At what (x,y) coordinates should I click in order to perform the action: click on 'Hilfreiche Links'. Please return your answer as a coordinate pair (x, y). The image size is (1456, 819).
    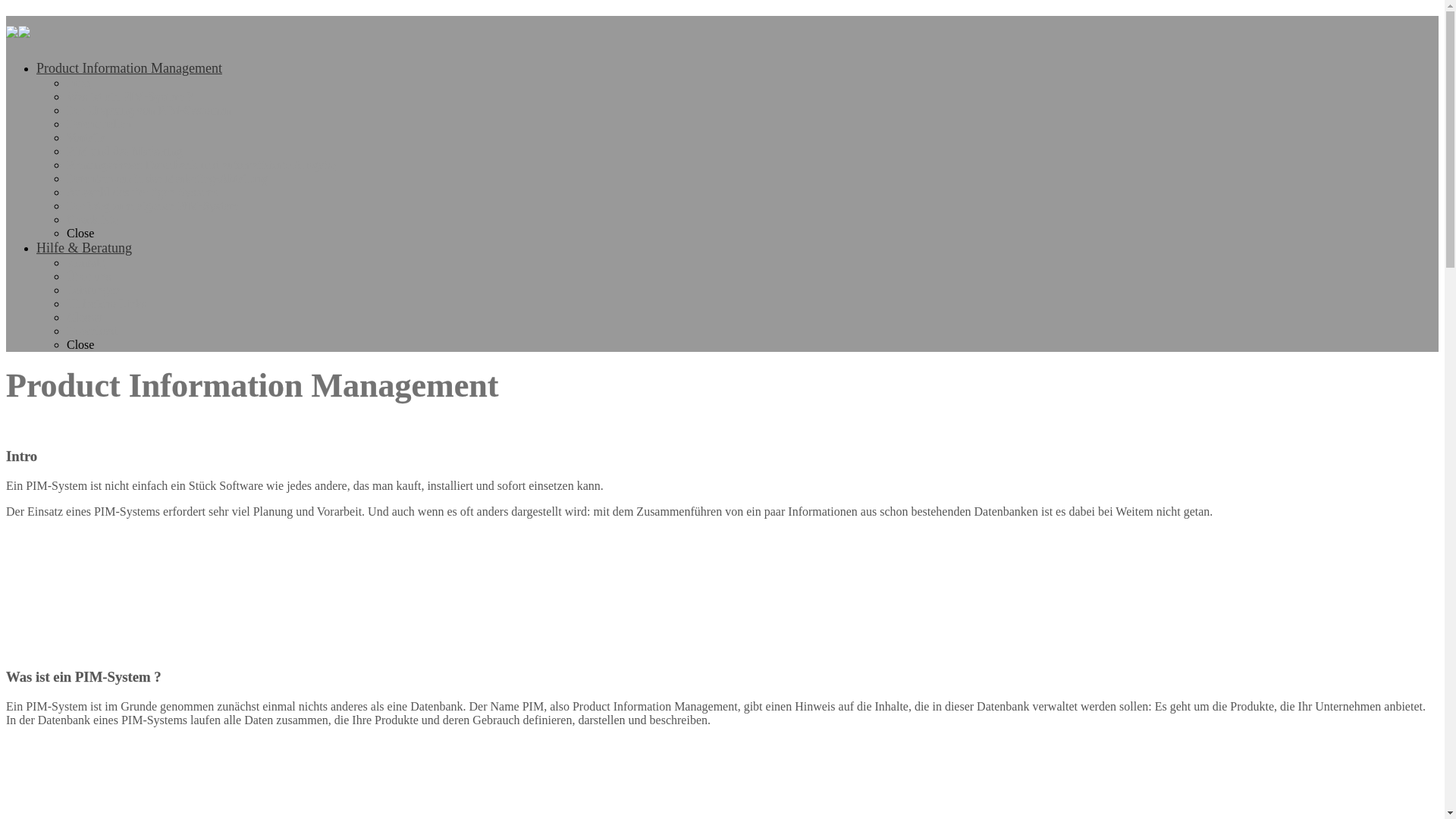
    Looking at the image, I should click on (105, 303).